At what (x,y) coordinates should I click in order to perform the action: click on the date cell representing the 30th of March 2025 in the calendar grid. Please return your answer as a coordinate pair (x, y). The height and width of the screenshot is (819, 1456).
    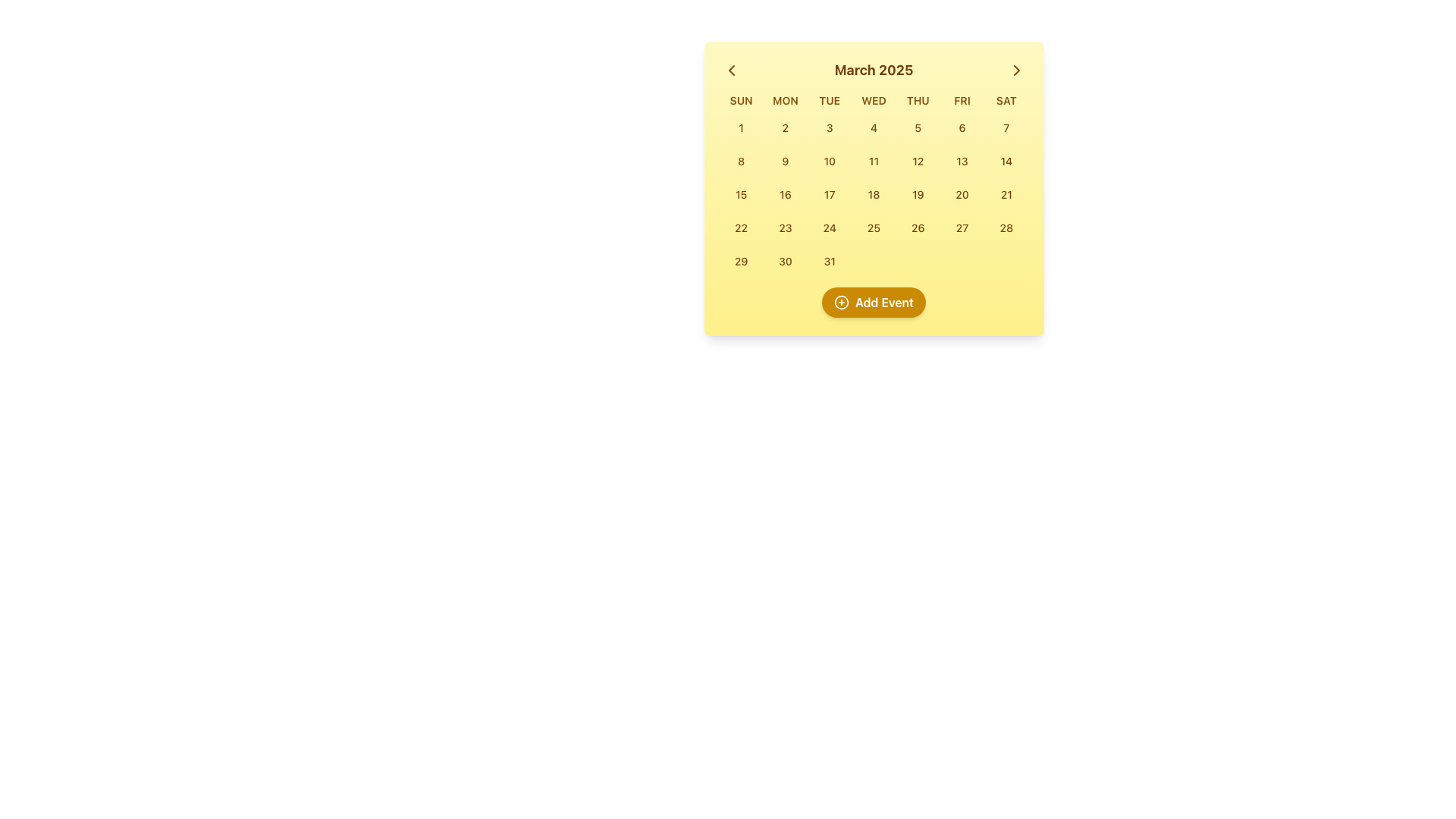
    Looking at the image, I should click on (785, 260).